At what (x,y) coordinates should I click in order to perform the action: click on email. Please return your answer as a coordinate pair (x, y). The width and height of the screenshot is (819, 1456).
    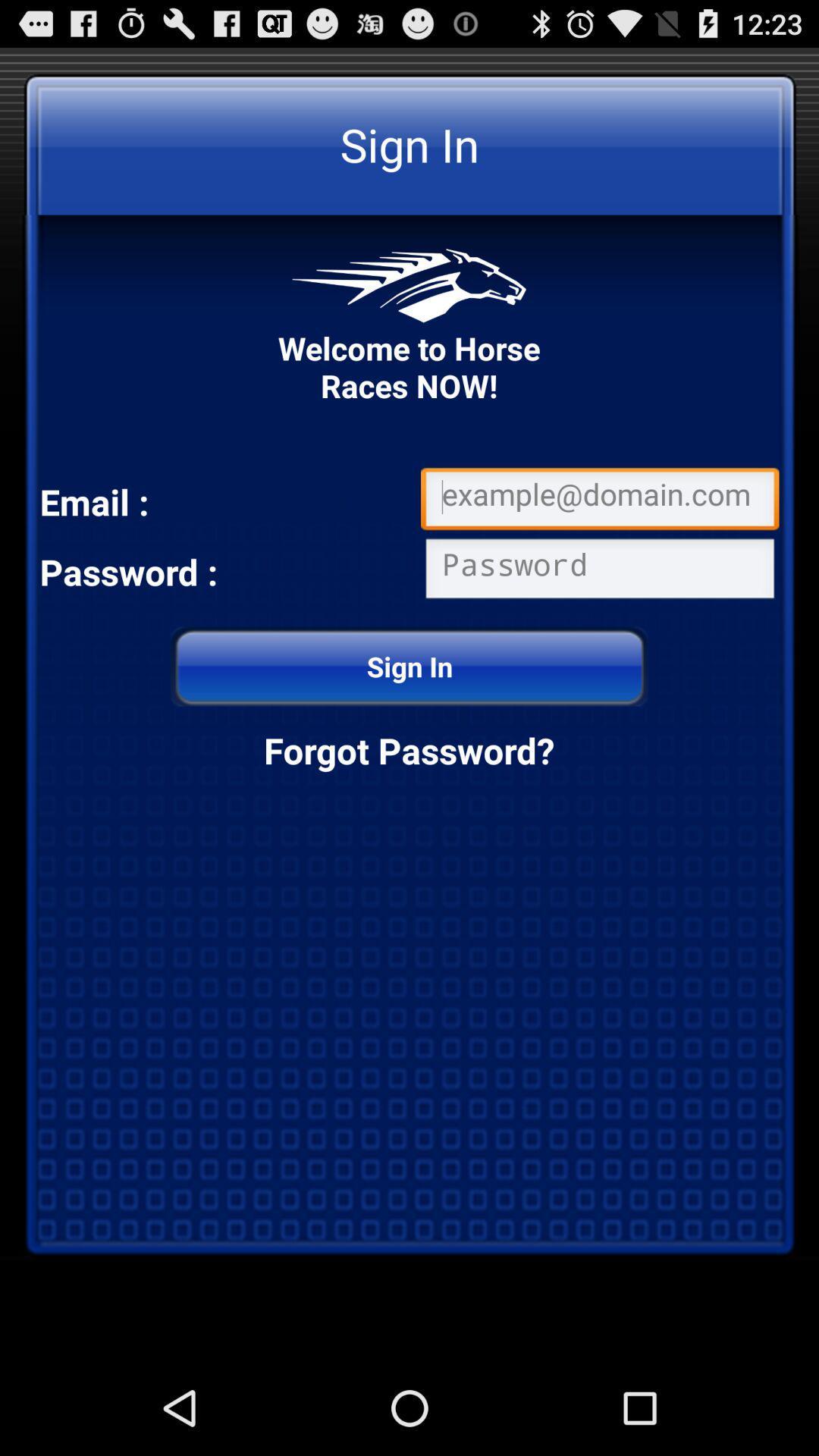
    Looking at the image, I should click on (599, 501).